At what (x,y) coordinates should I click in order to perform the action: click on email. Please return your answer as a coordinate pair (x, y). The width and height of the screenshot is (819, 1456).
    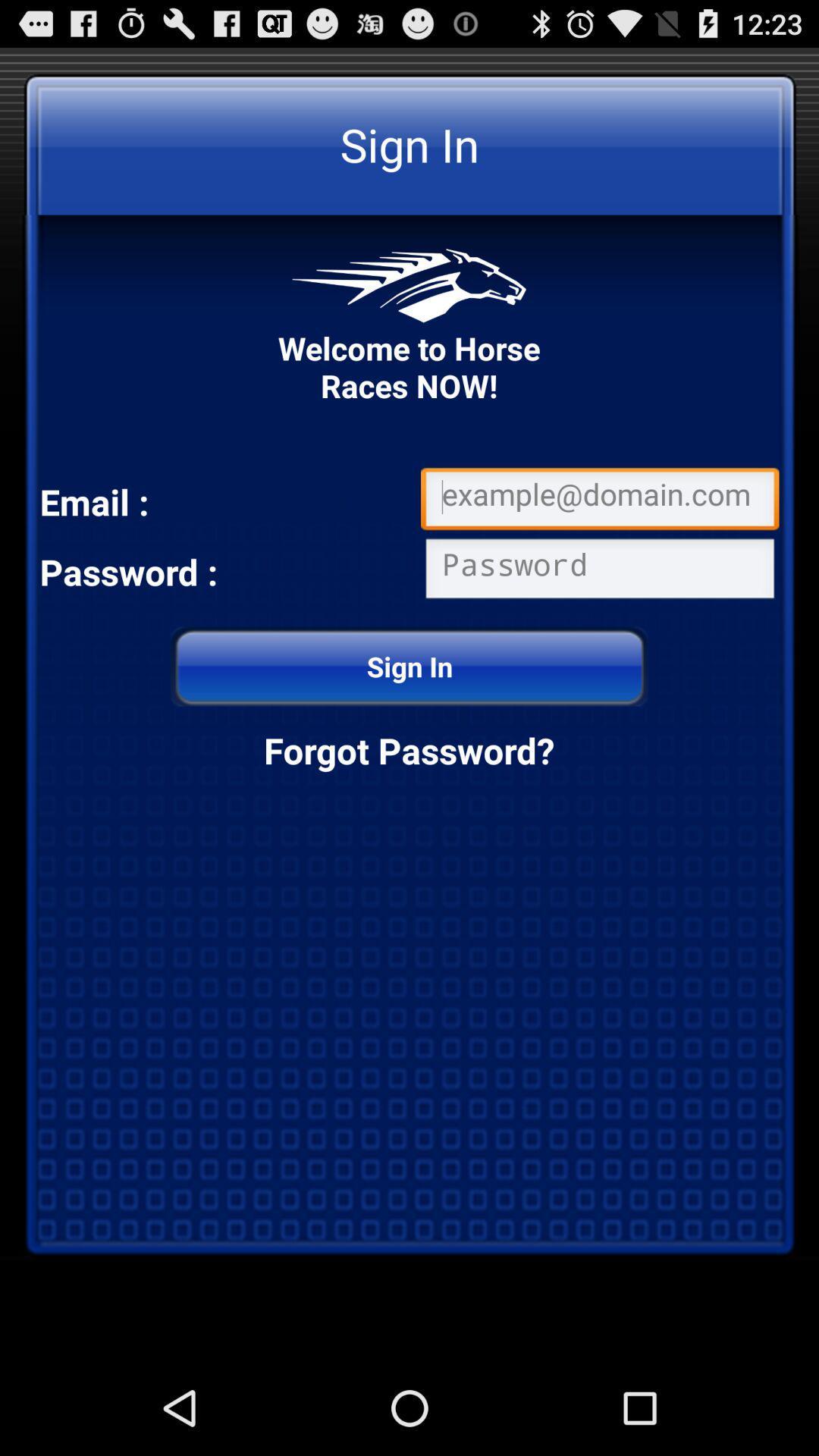
    Looking at the image, I should click on (599, 501).